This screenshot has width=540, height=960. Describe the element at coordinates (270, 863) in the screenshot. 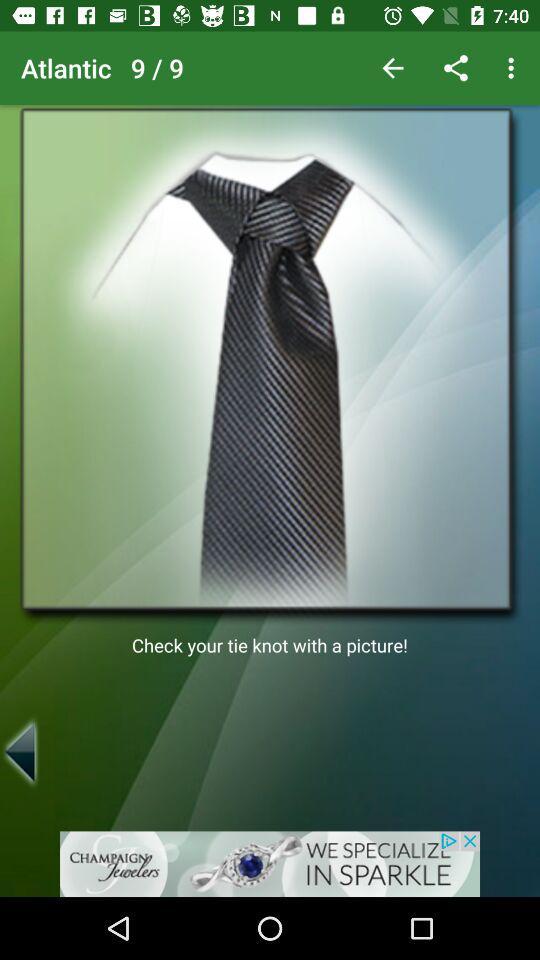

I see `open advertisement` at that location.